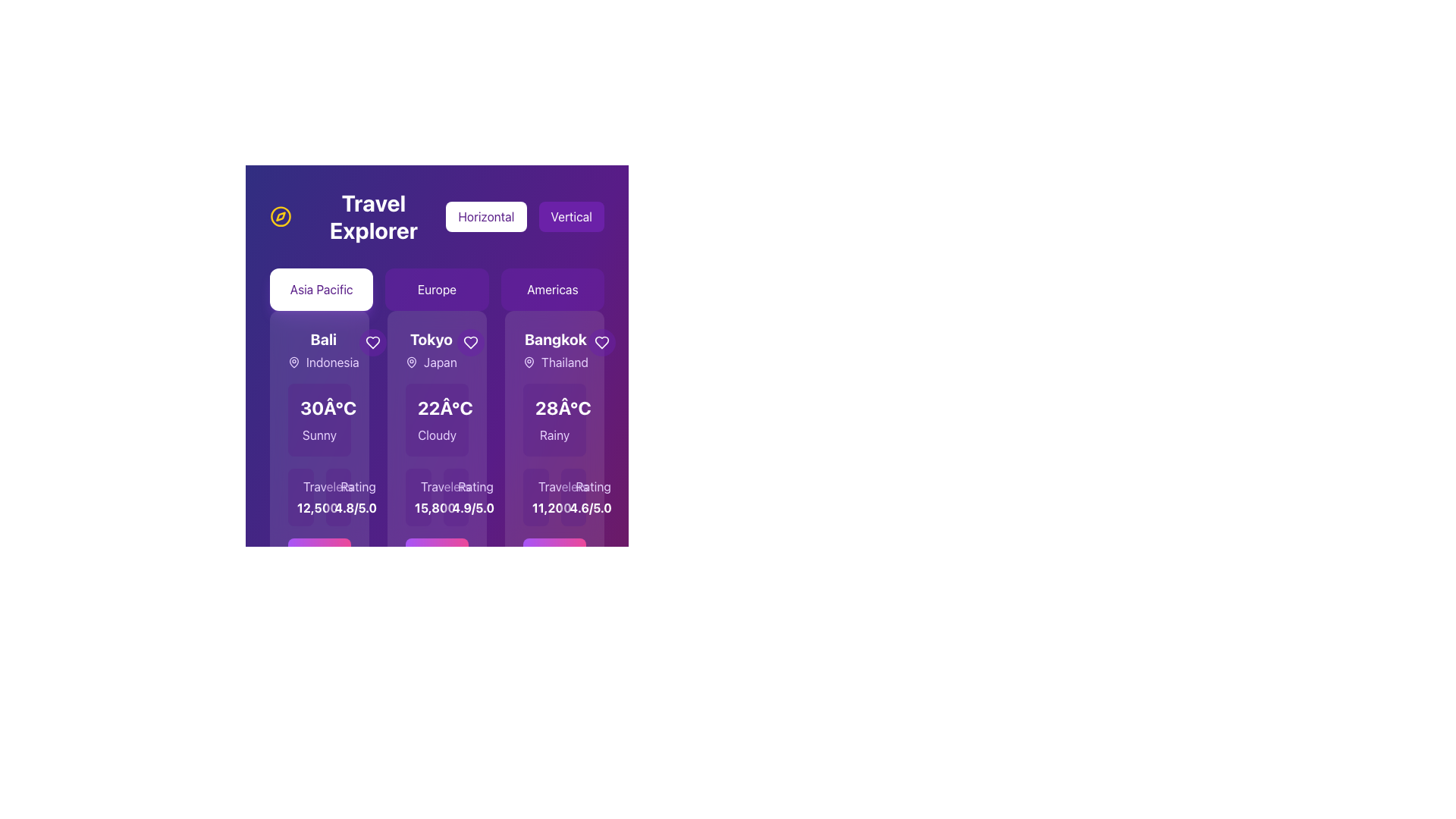 Image resolution: width=1456 pixels, height=819 pixels. What do you see at coordinates (592, 486) in the screenshot?
I see `the 'Rating' label, which is styled in purple and located in the third column under the 'Bangkok' section, above the numerical rating score` at bounding box center [592, 486].